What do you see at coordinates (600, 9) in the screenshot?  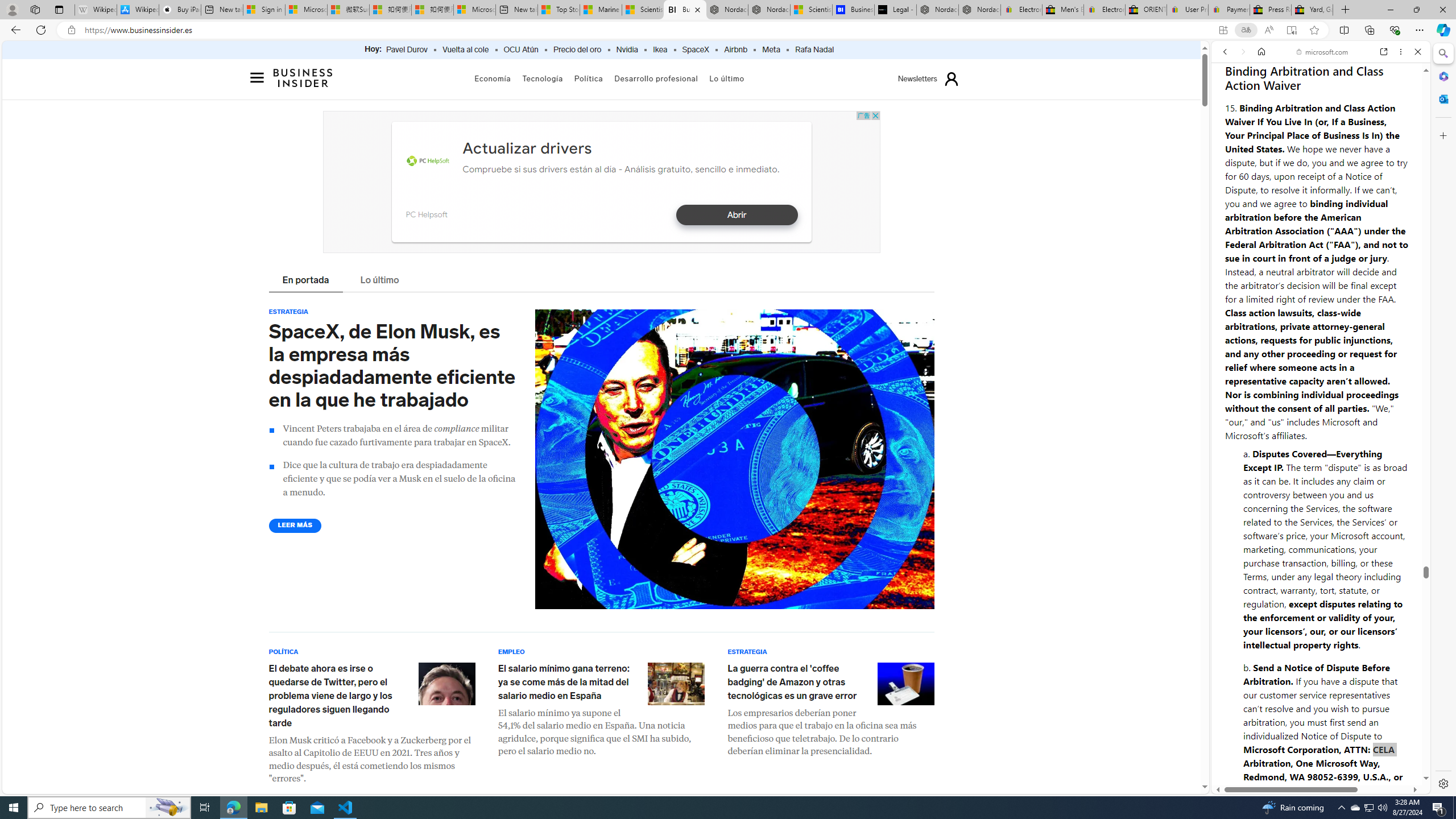 I see `'Marine life - MSN'` at bounding box center [600, 9].